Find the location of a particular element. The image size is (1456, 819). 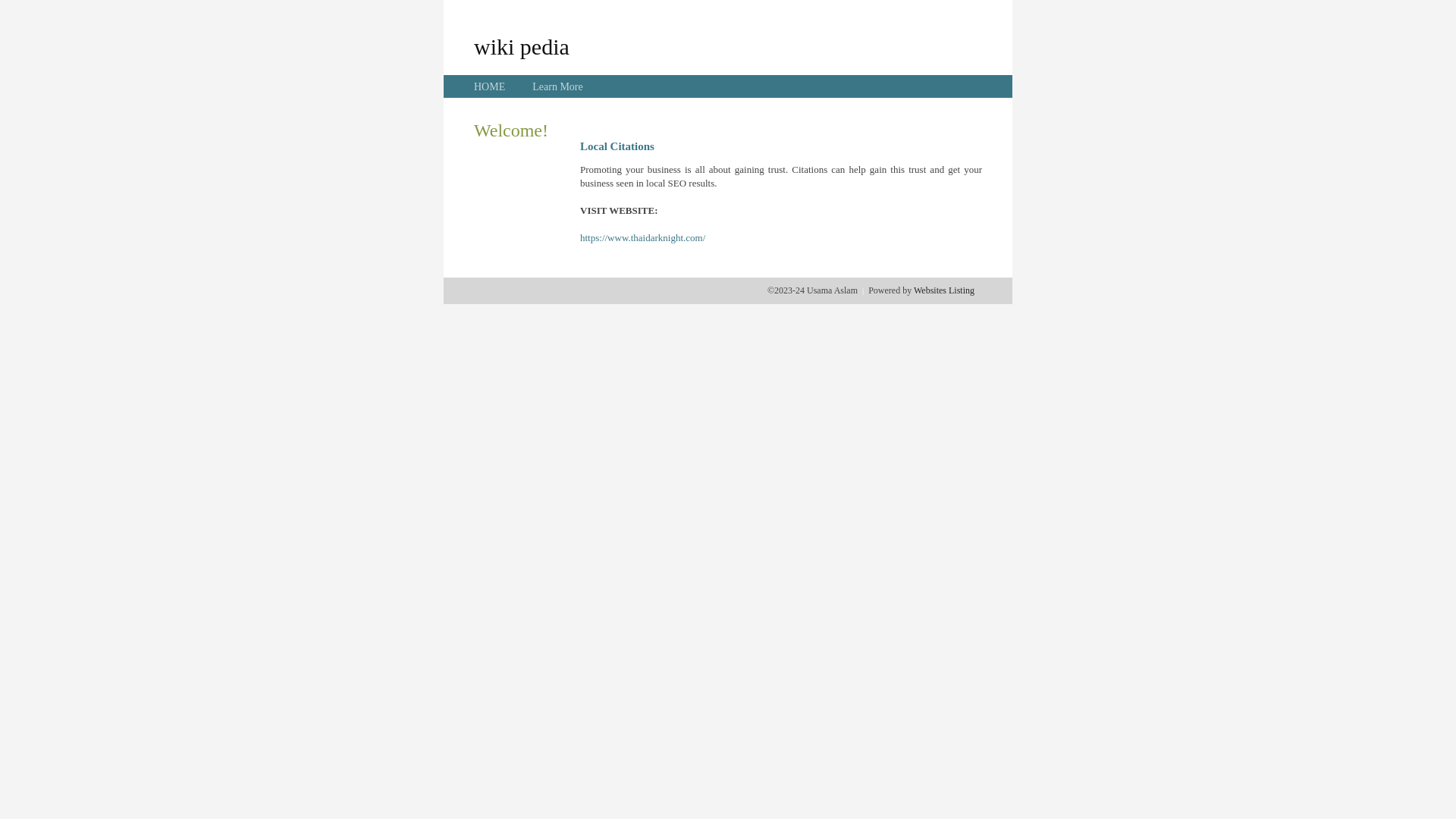

'https://www.thaidarknight.com/' is located at coordinates (642, 237).